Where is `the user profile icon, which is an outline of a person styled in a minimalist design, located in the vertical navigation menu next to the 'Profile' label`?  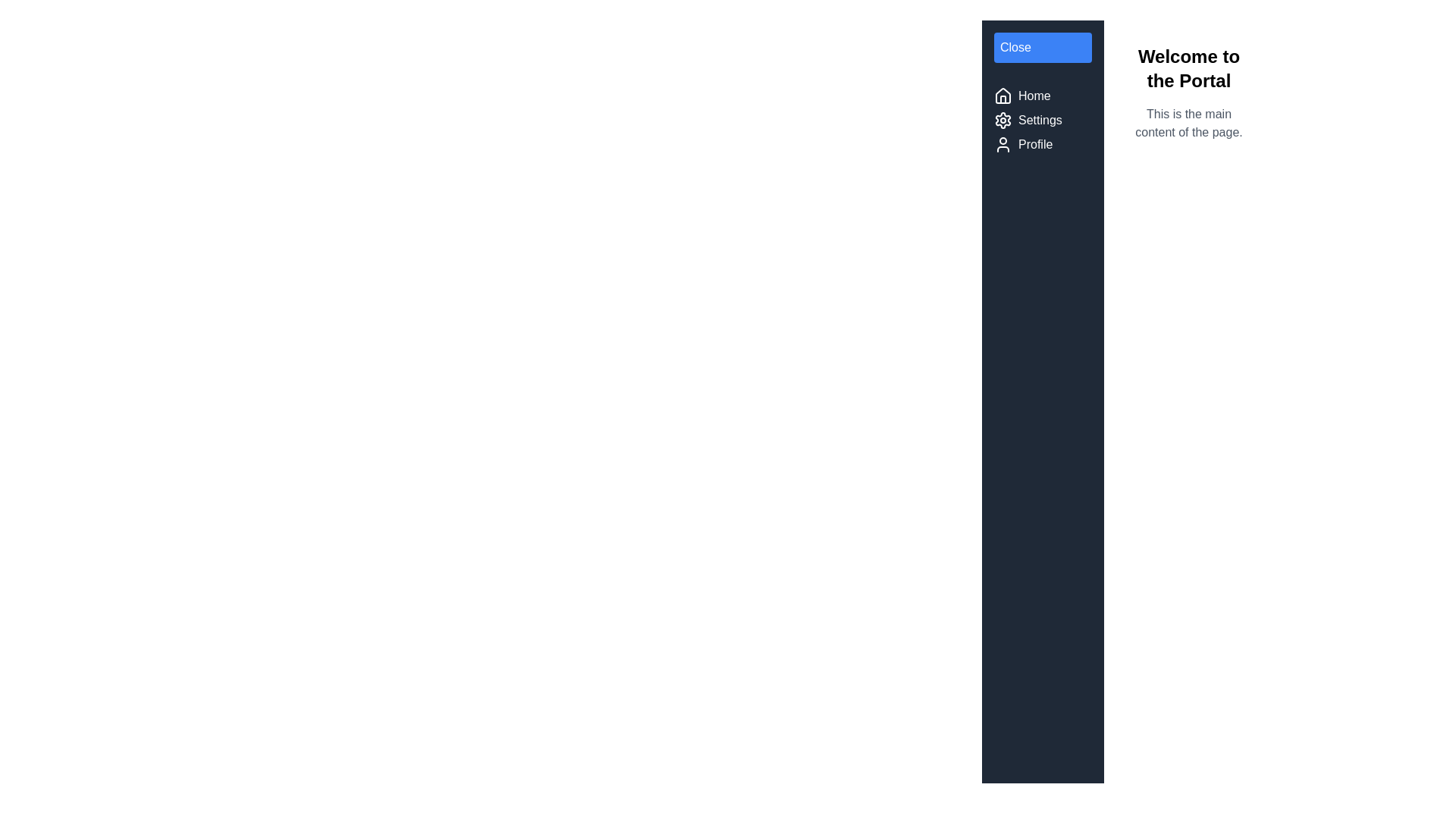
the user profile icon, which is an outline of a person styled in a minimalist design, located in the vertical navigation menu next to the 'Profile' label is located at coordinates (1003, 145).